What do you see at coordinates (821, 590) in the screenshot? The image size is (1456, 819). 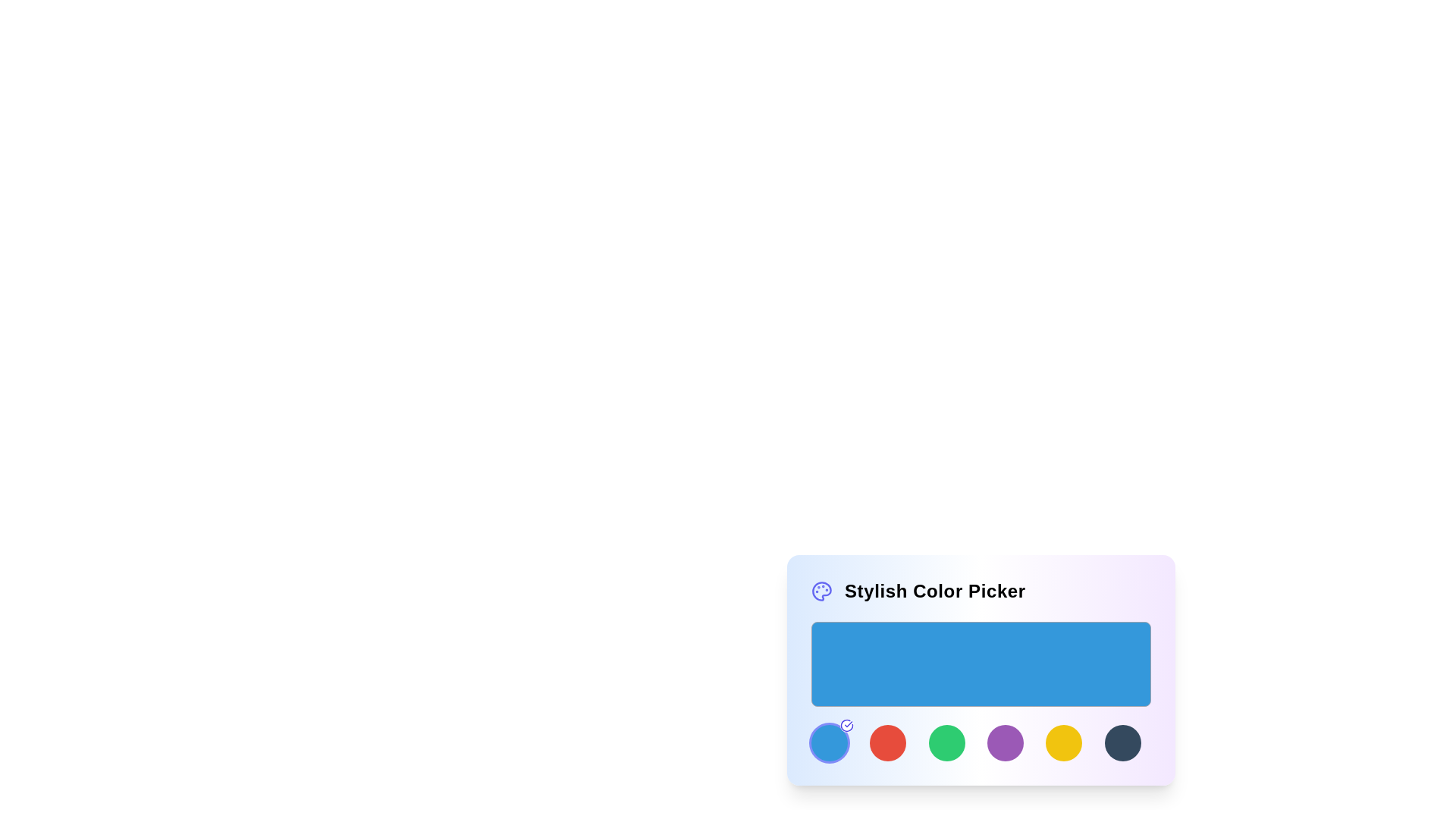 I see `the color palette icon representing the 'Stylish Color Picker' tool, which is positioned to the far left of the associated text element` at bounding box center [821, 590].